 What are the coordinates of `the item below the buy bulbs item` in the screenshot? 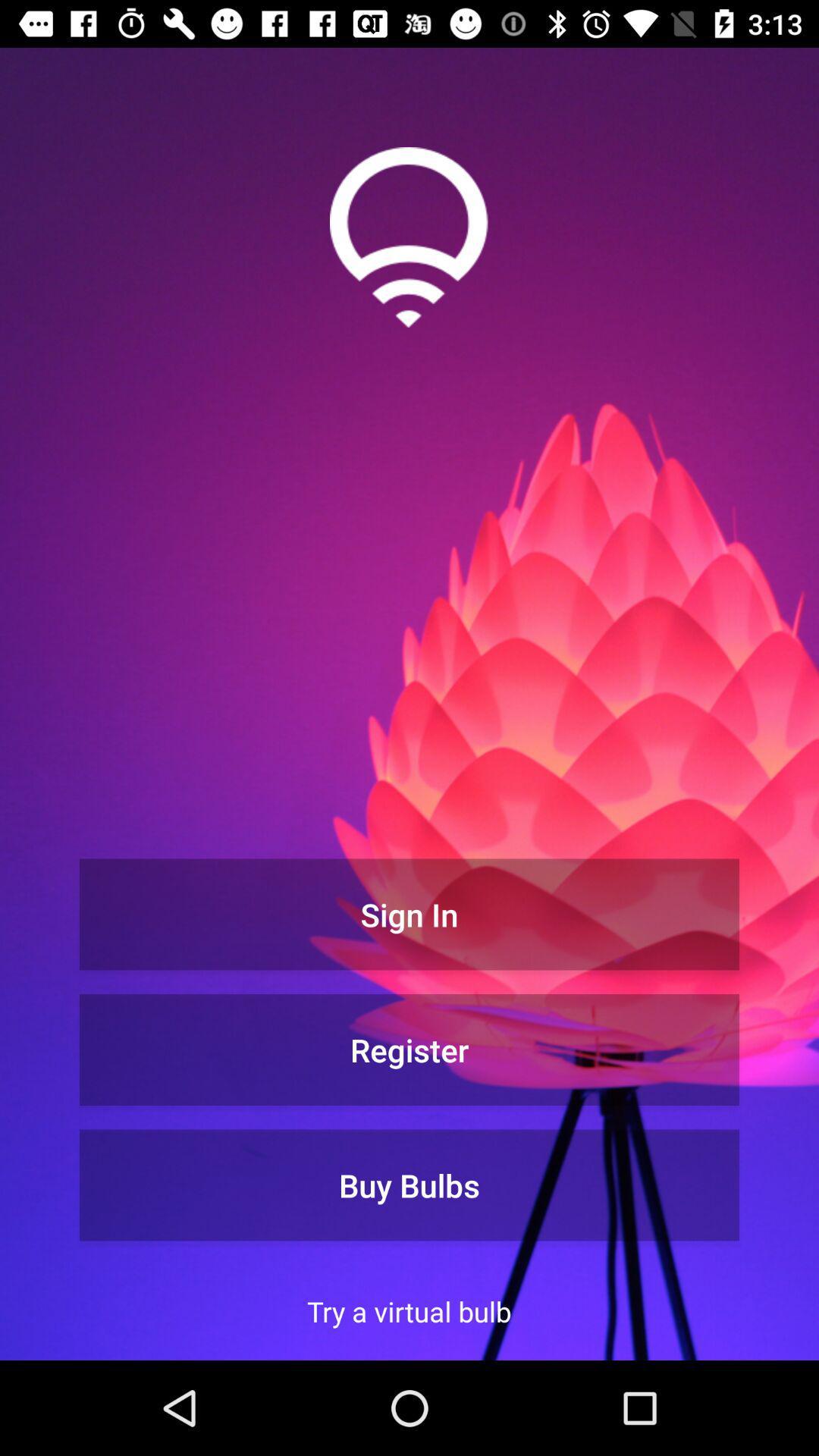 It's located at (408, 1310).